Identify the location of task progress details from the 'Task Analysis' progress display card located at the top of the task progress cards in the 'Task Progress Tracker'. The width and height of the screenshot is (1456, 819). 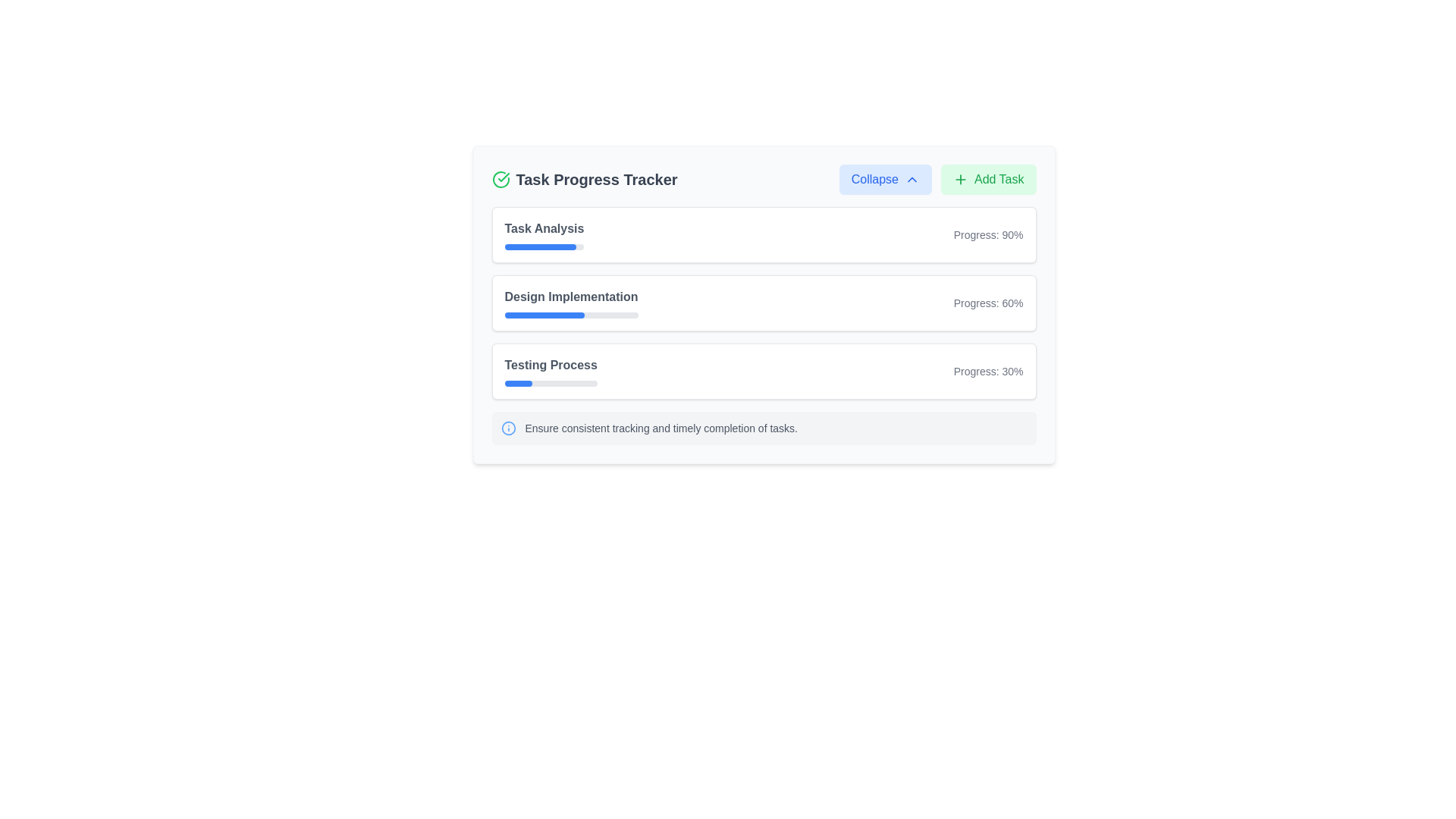
(764, 234).